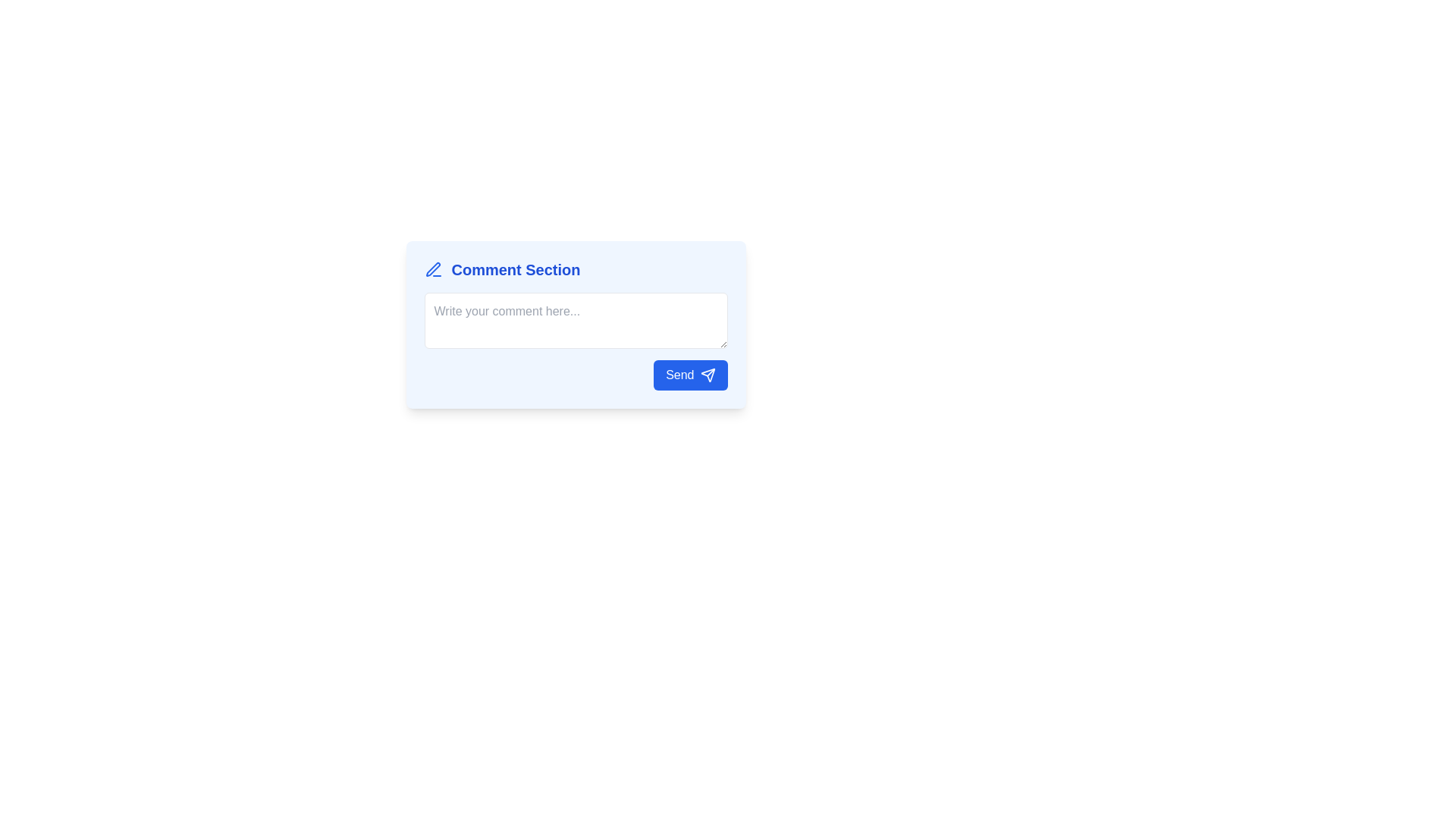 The height and width of the screenshot is (819, 1456). Describe the element at coordinates (516, 268) in the screenshot. I see `the static text header that indicates the purpose of the comment section, located immediately to the right of a pen-like icon in the upper region of the comment input area` at that location.